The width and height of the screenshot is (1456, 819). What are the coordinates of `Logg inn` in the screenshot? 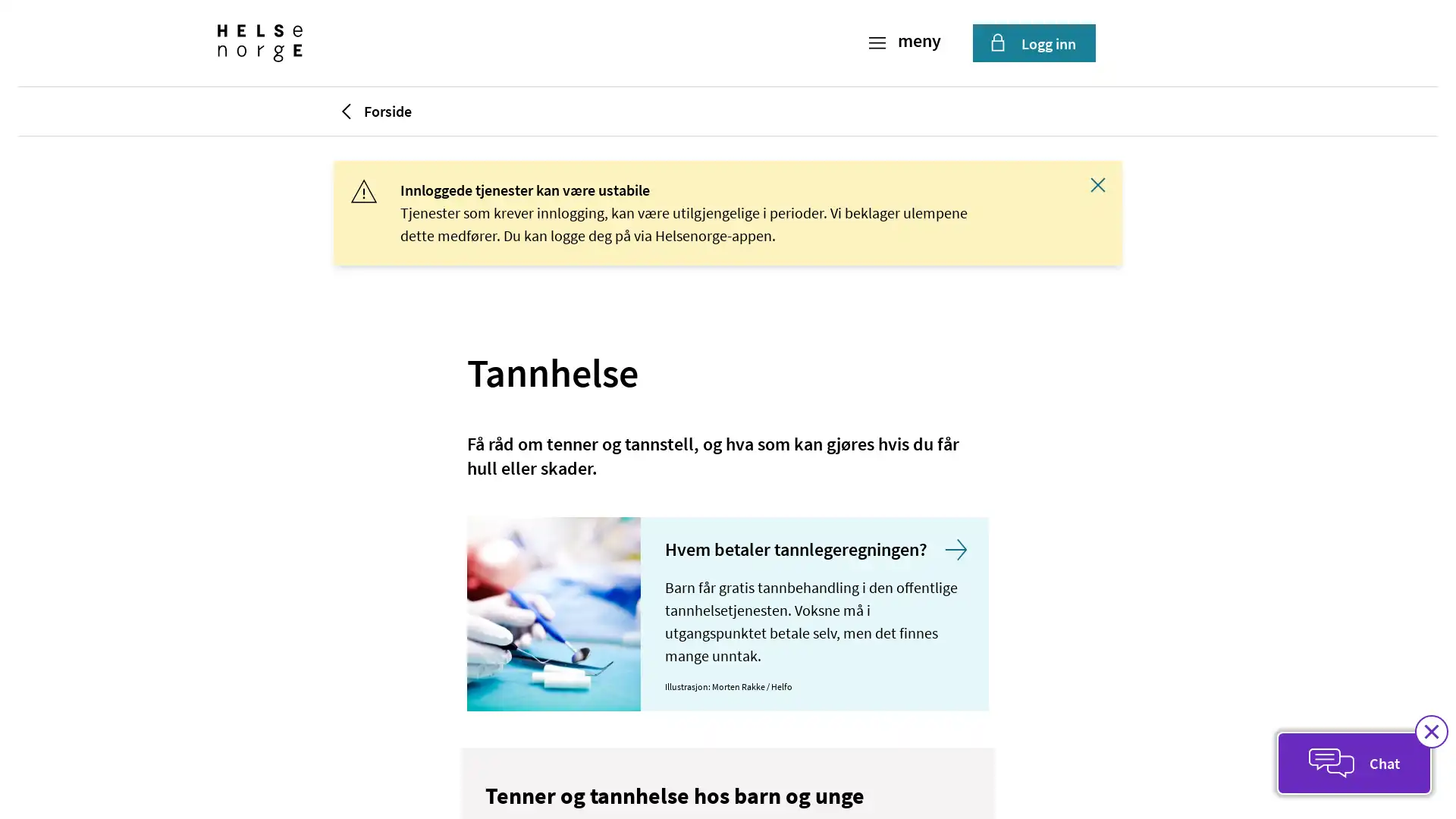 It's located at (1033, 42).